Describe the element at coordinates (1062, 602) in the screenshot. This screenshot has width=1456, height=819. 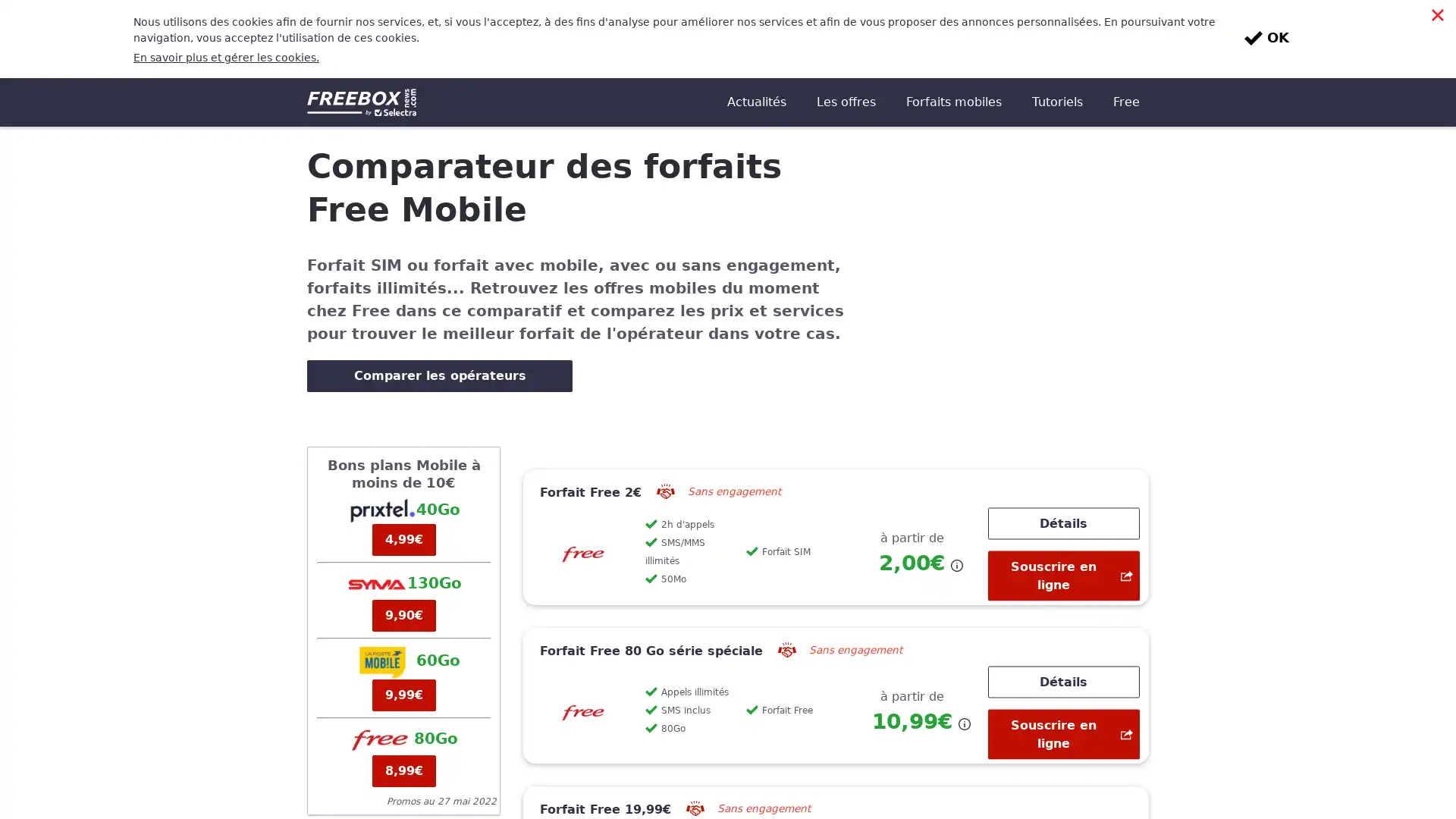
I see `Details` at that location.